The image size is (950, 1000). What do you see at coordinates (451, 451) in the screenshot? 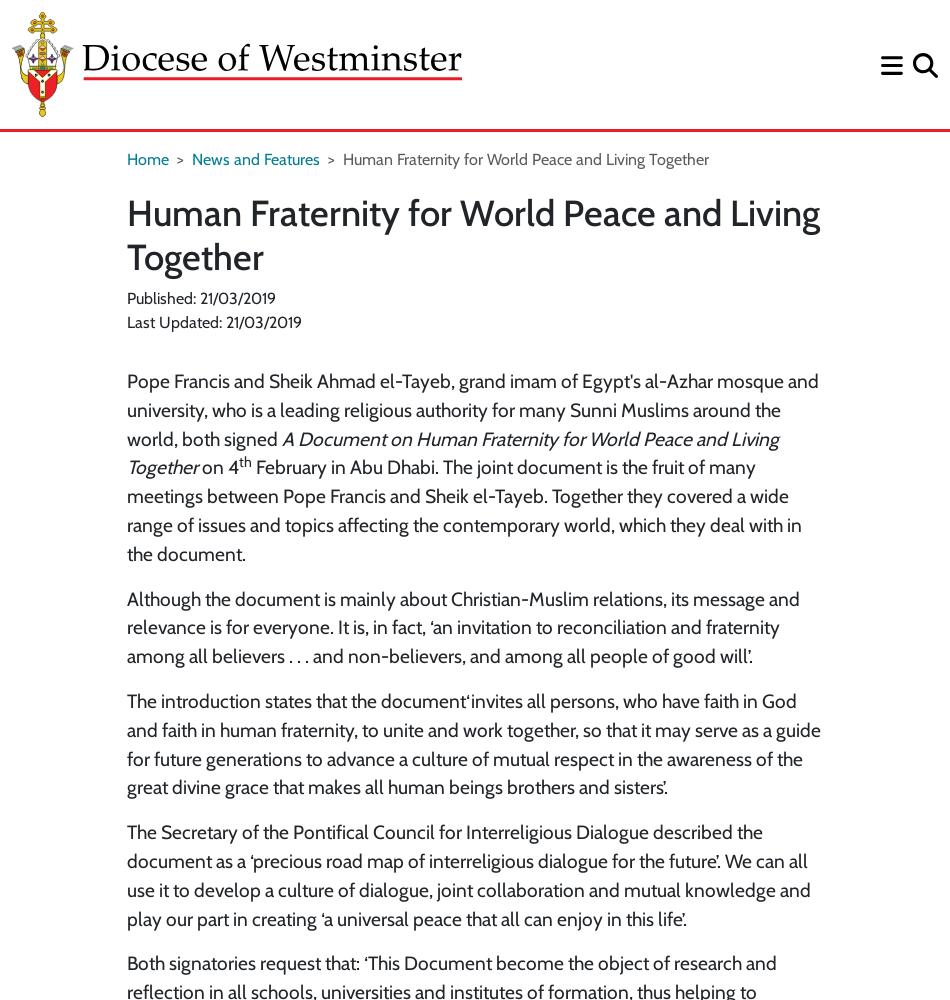
I see `'A Document on Human Fraternity for World Peace and Living Together'` at bounding box center [451, 451].